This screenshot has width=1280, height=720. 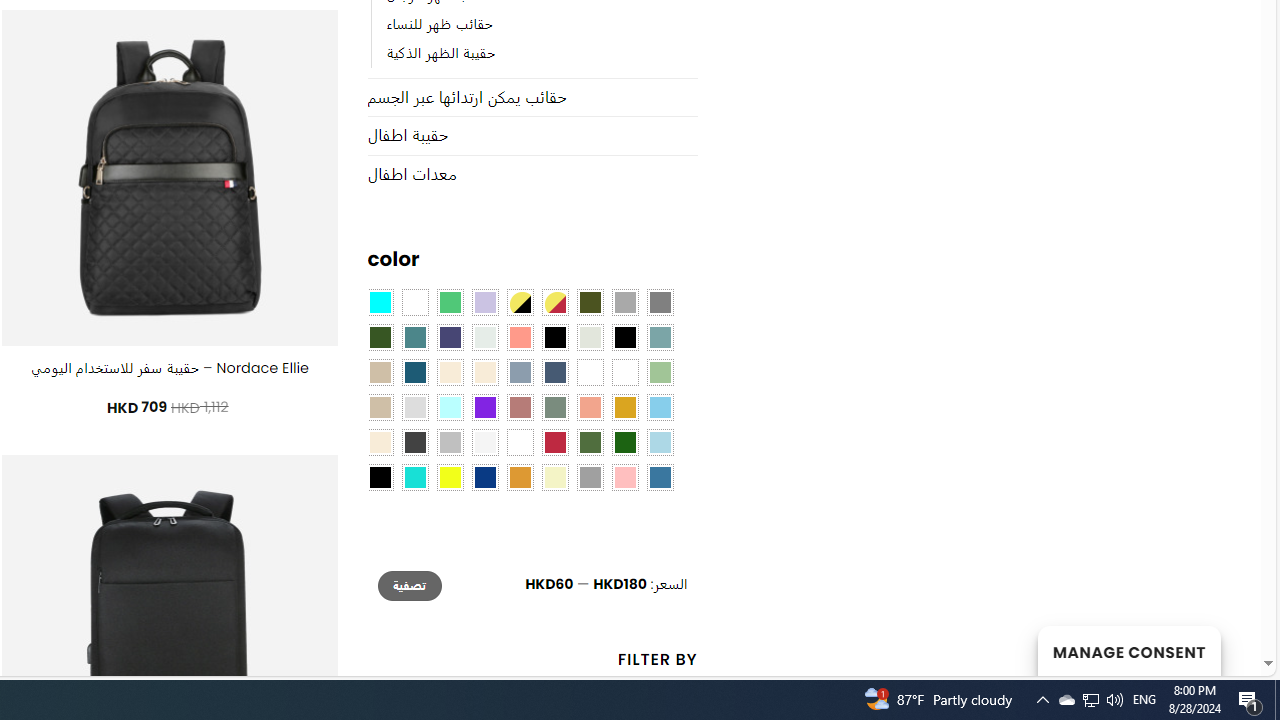 What do you see at coordinates (448, 372) in the screenshot?
I see `'Caramel'` at bounding box center [448, 372].